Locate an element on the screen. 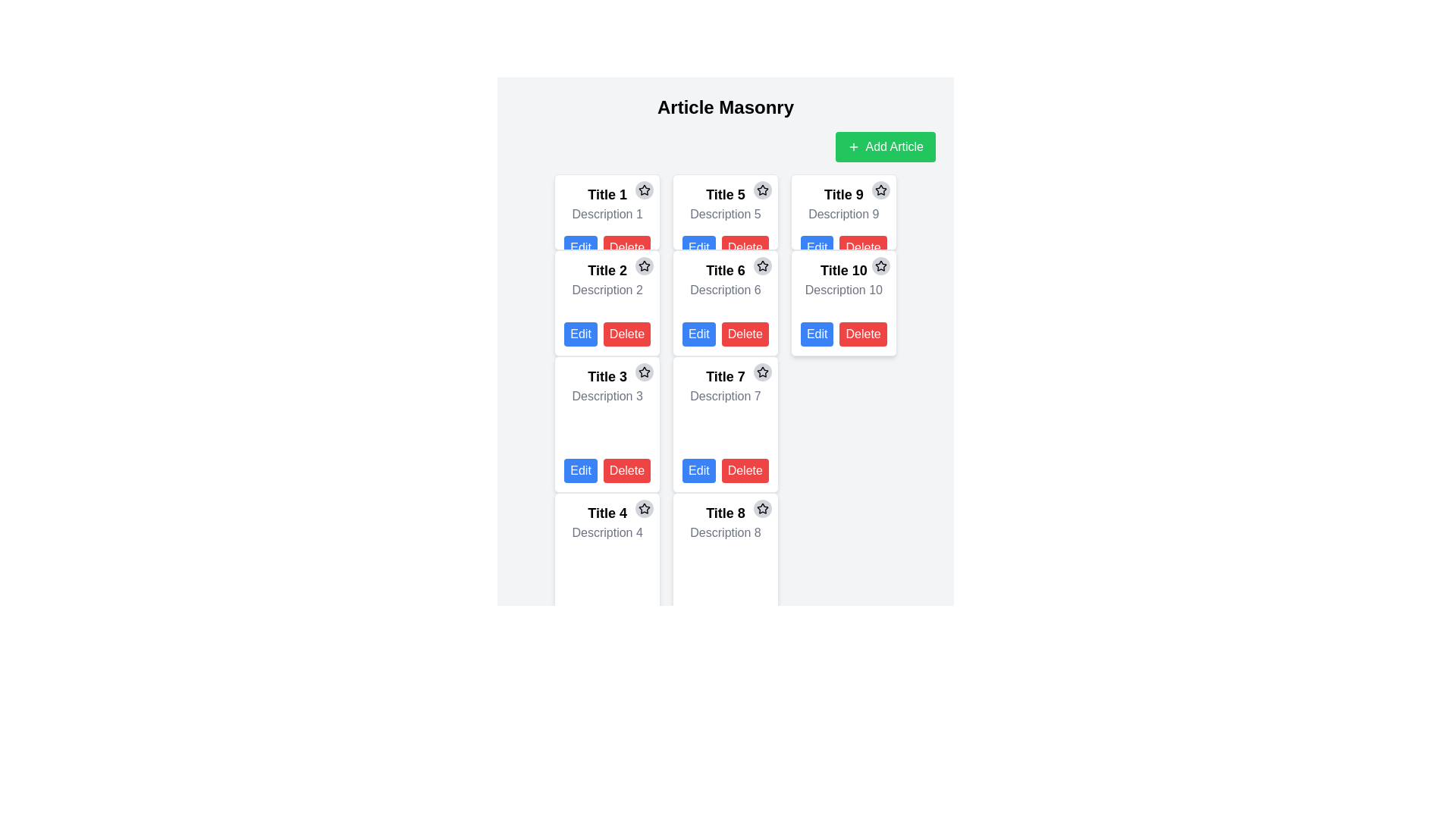  the text label displaying 'Title 3', which is bold and large, located at the top of the card containing action buttons 'Edit' and 'Delete' is located at coordinates (607, 376).